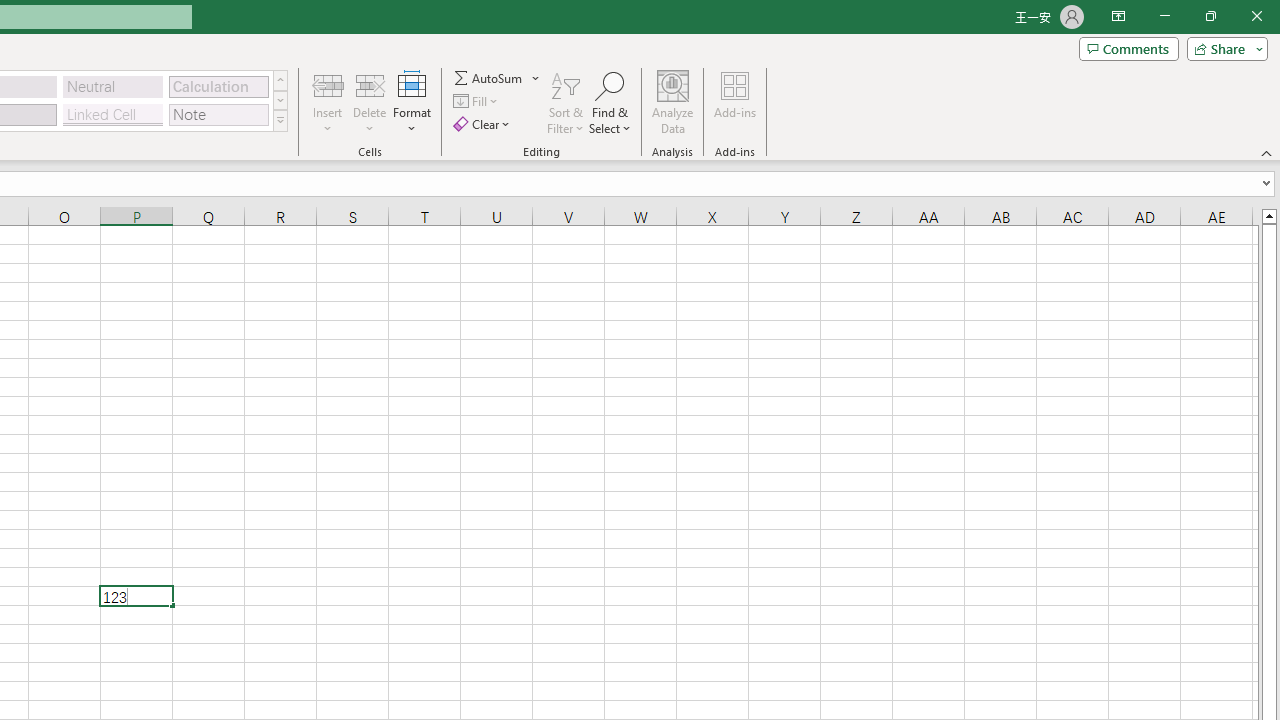 The image size is (1280, 720). Describe the element at coordinates (477, 101) in the screenshot. I see `'Fill'` at that location.